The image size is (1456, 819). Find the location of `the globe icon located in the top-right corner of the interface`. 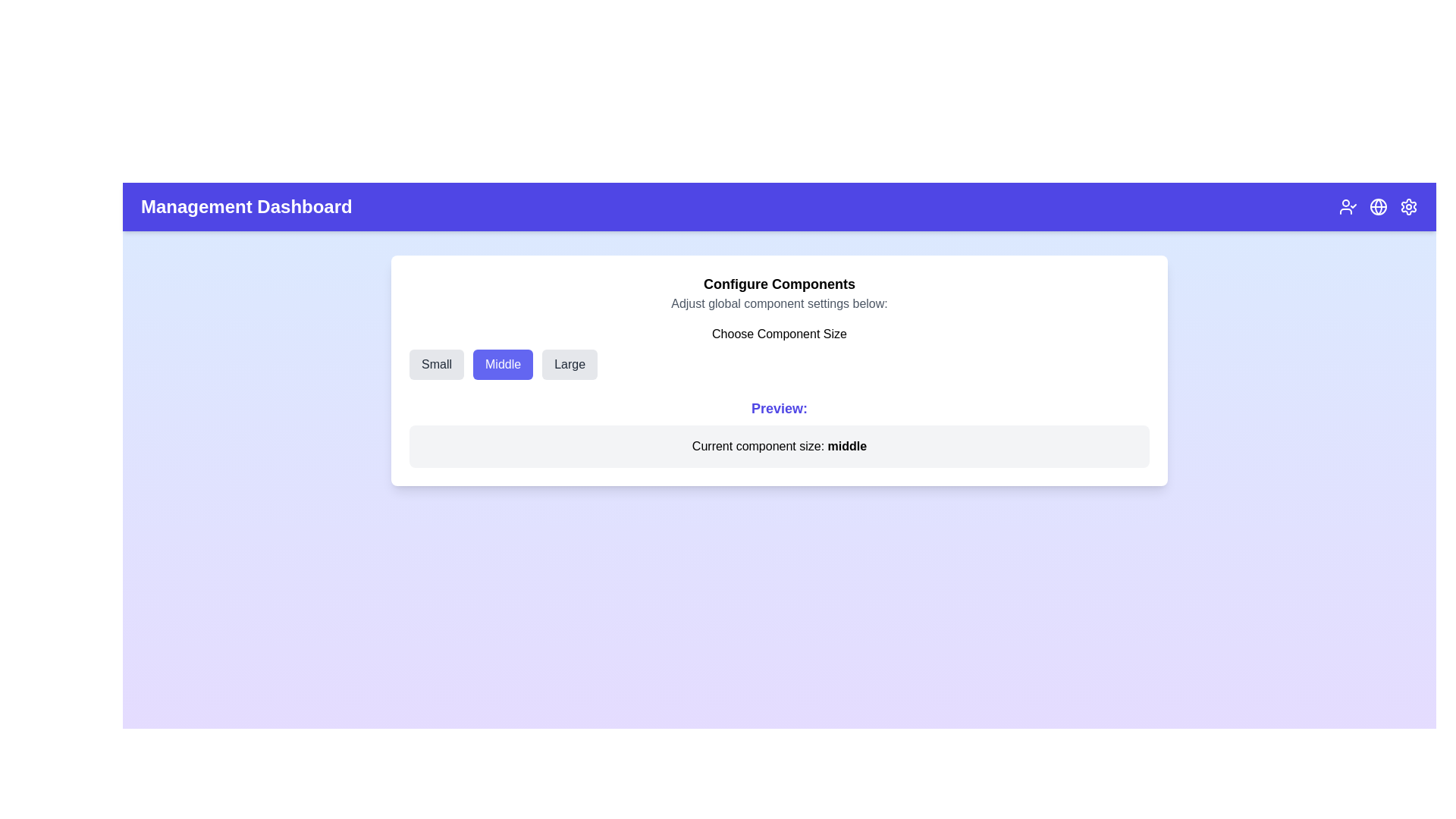

the globe icon located in the top-right corner of the interface is located at coordinates (1379, 207).